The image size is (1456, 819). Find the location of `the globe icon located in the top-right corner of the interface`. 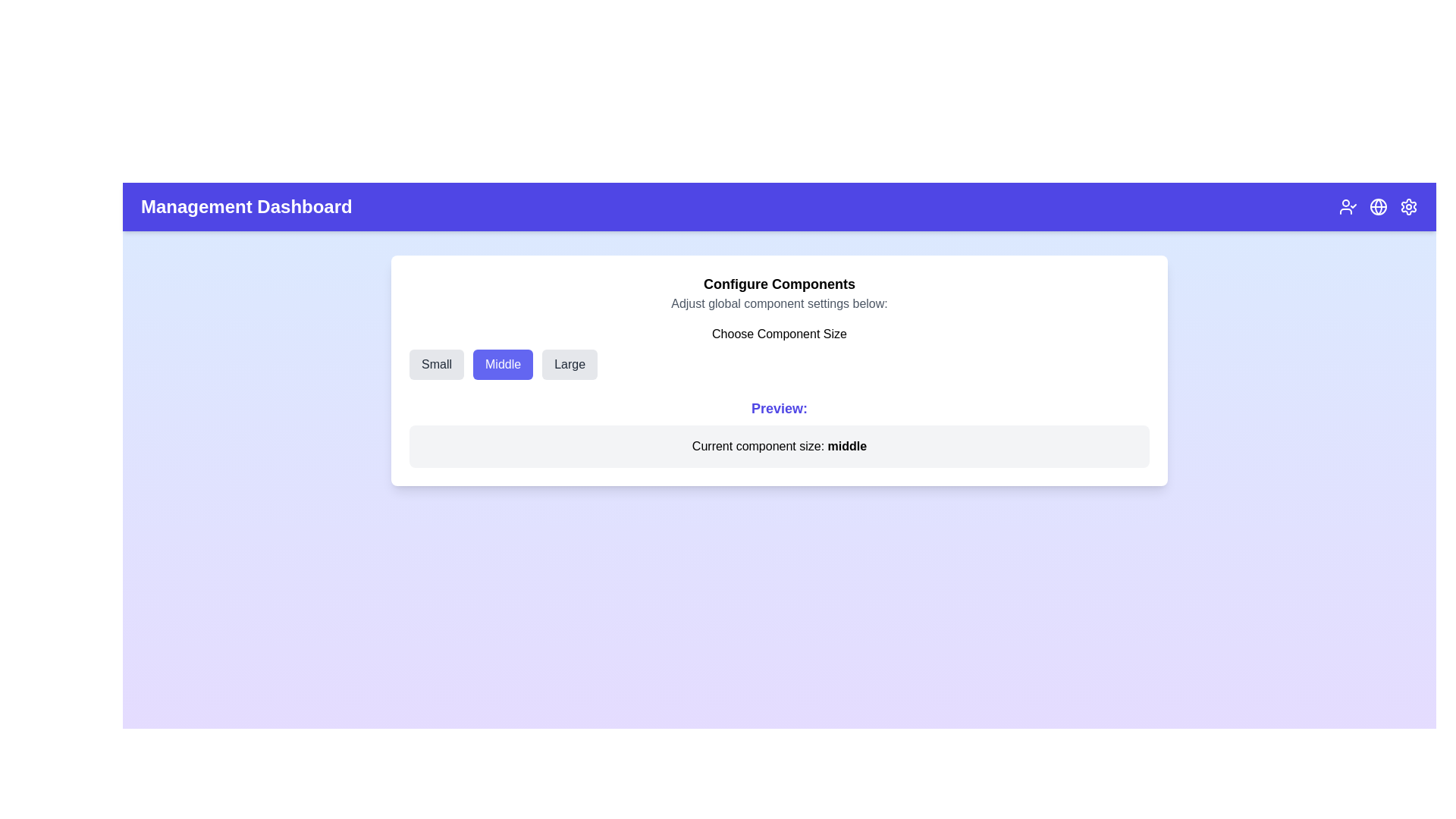

the globe icon located in the top-right corner of the interface is located at coordinates (1379, 207).